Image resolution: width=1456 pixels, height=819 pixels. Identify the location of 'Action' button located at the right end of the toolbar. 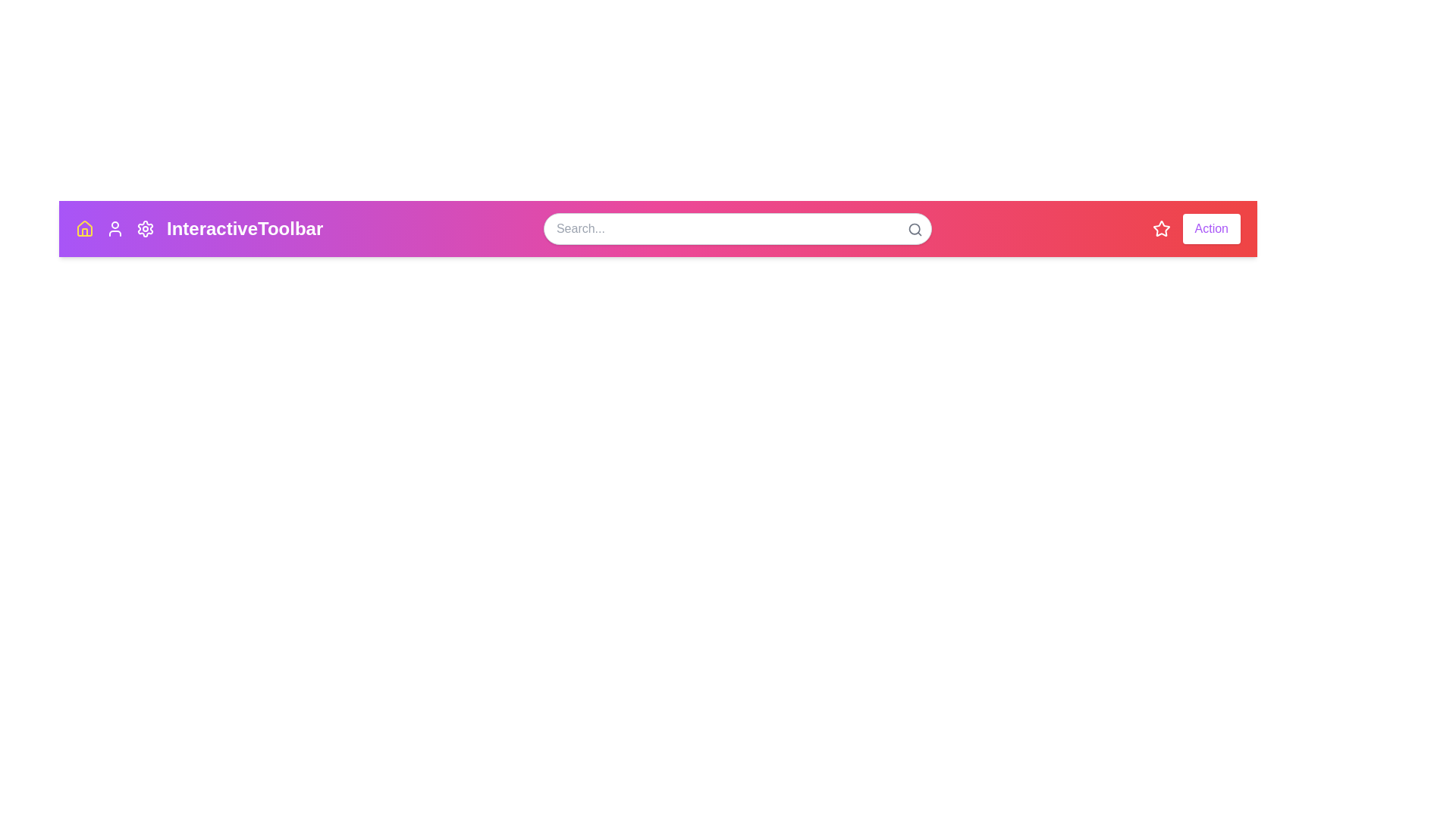
(1210, 228).